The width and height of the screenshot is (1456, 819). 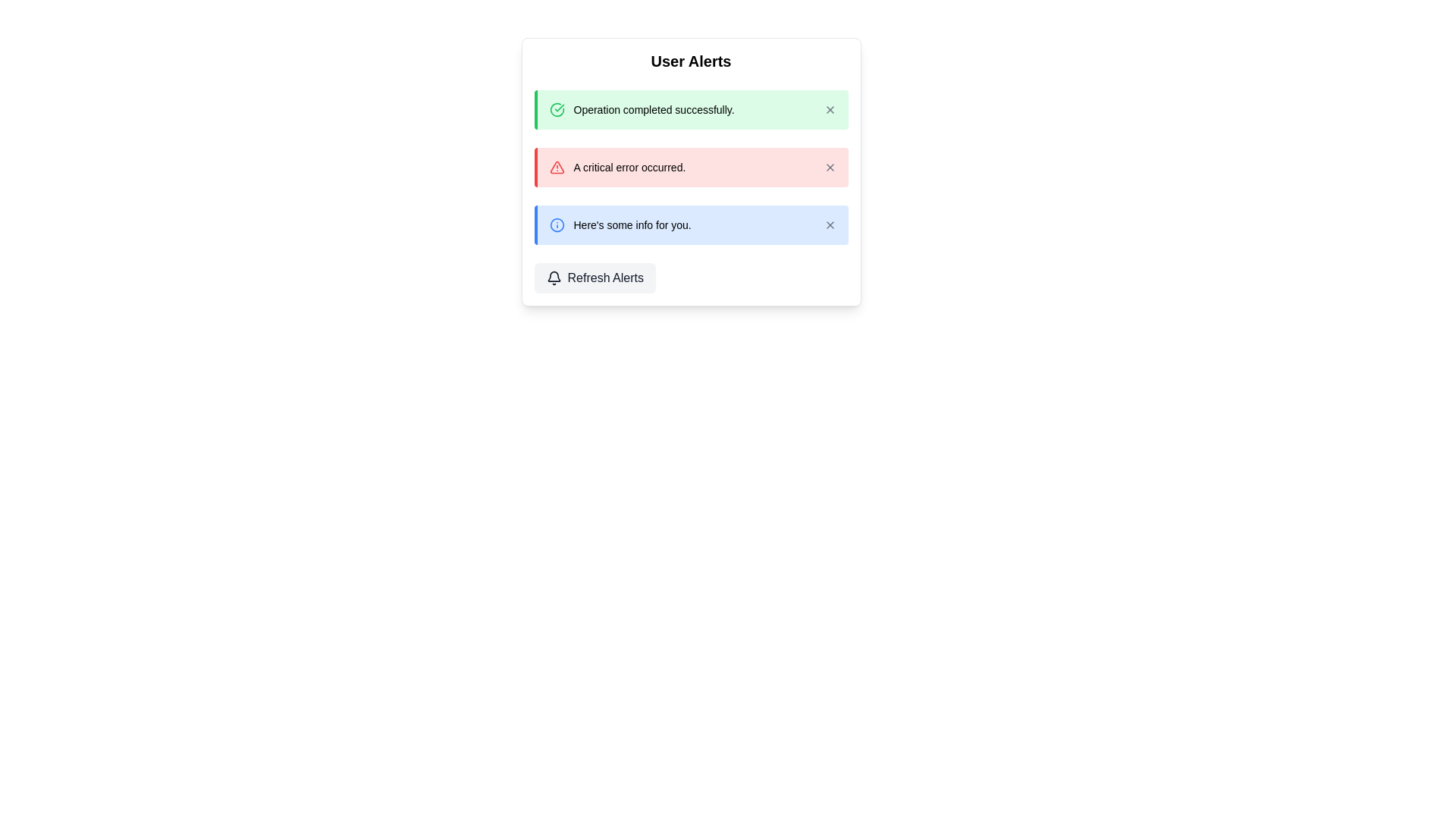 I want to click on text content of the 'User Alerts' label, which is a bold, large-font text component styled in black and located at the top of a card layout, so click(x=690, y=61).